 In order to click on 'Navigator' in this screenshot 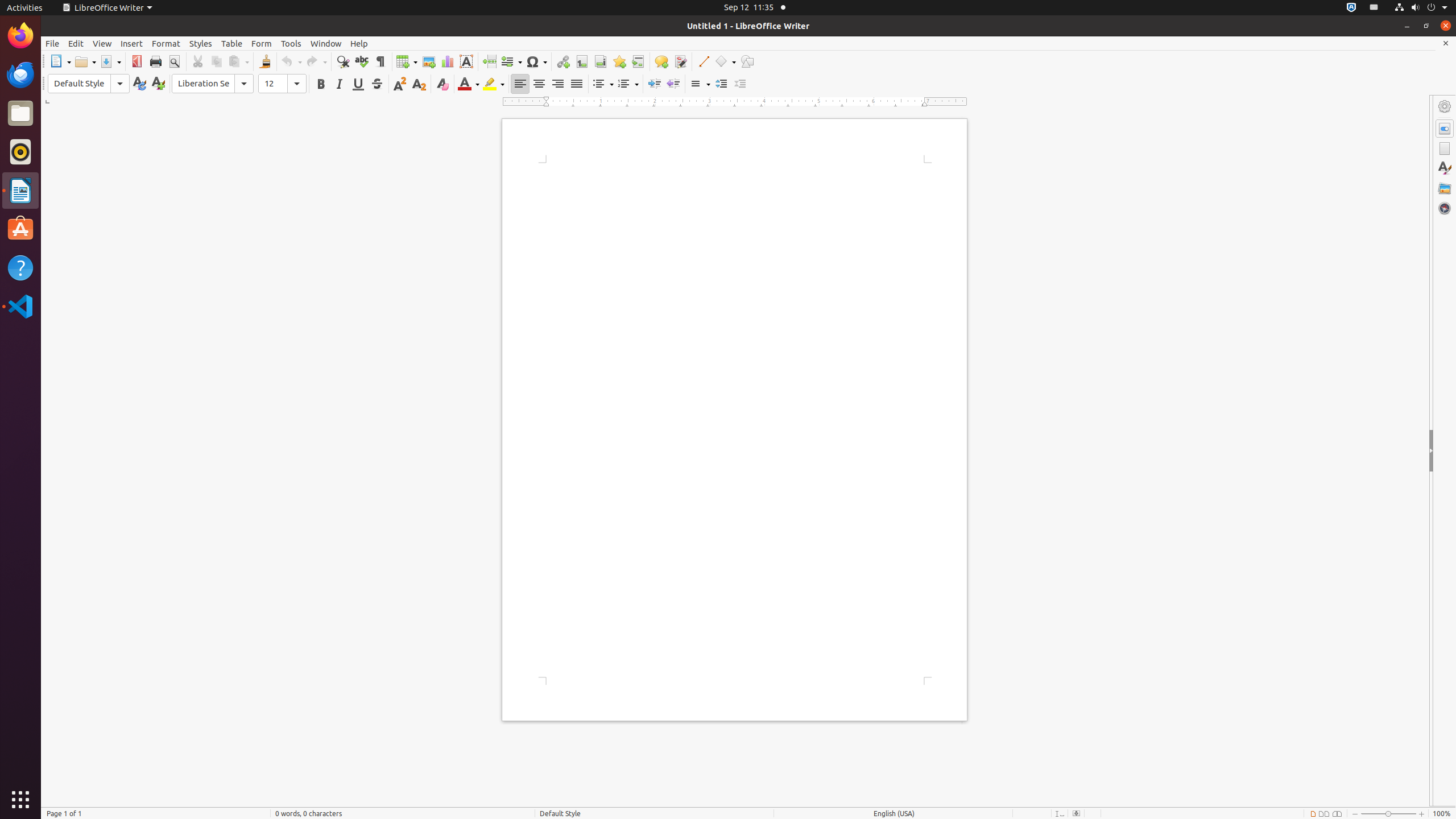, I will do `click(1444, 208)`.